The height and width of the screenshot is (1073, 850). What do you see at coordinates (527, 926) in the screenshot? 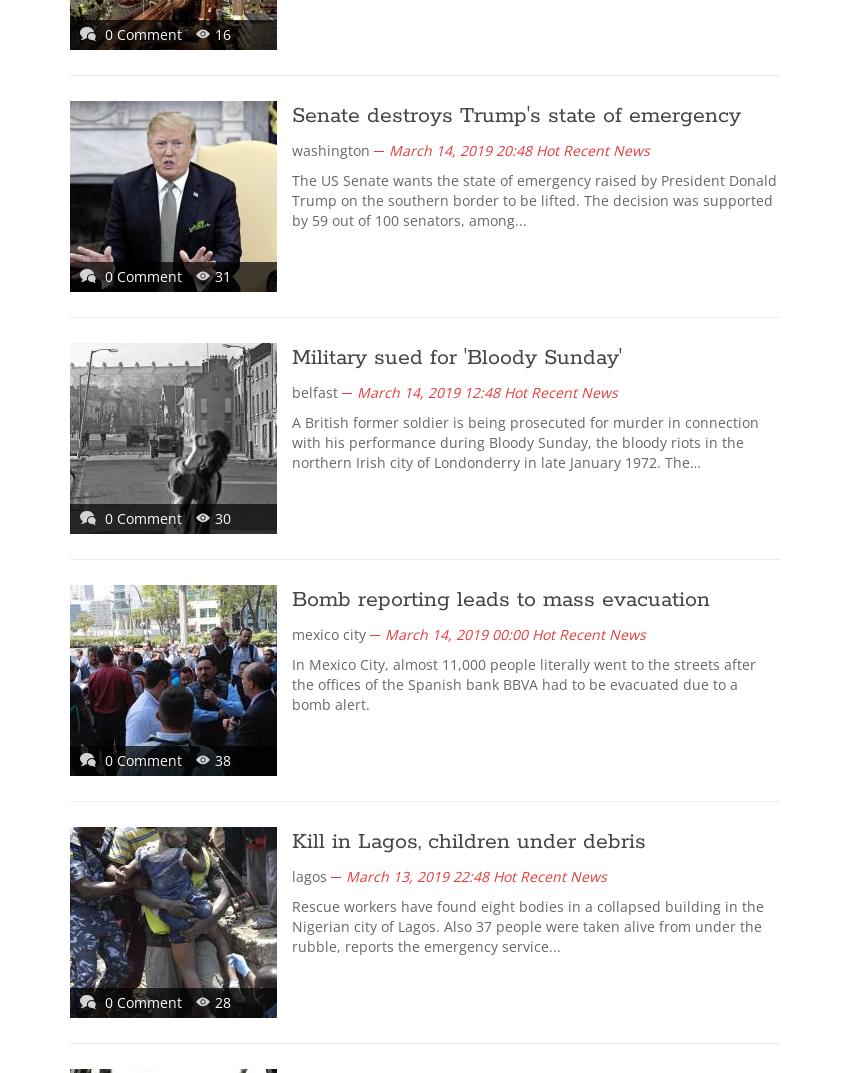
I see `'Rescue workers have found eight bodies in a collapsed building in the Nigerian city of Lagos. Also 37 people were taken alive from under the rubble, reports the emergency service...'` at bounding box center [527, 926].